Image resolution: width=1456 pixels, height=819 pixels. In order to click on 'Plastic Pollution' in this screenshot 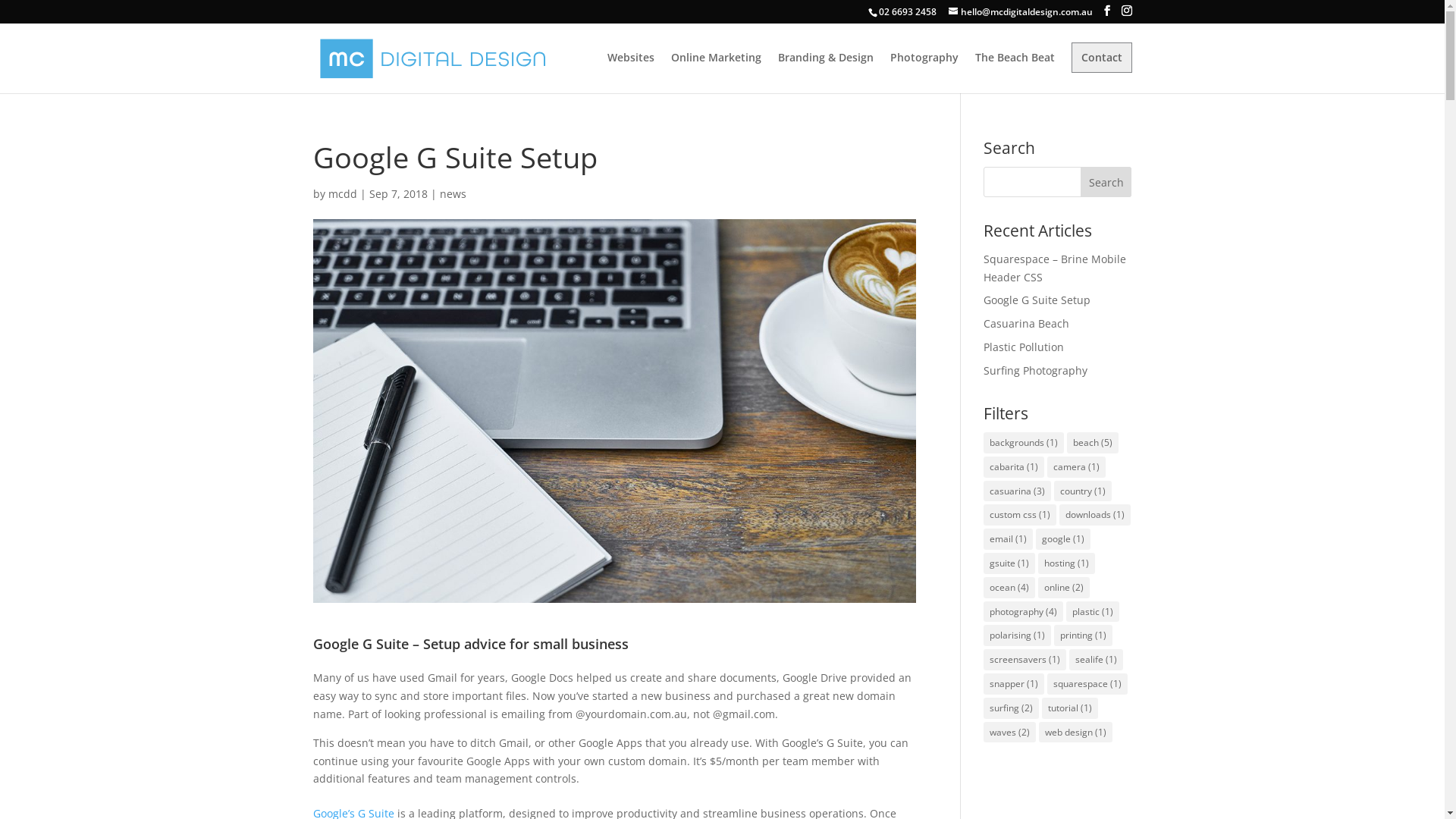, I will do `click(1023, 347)`.